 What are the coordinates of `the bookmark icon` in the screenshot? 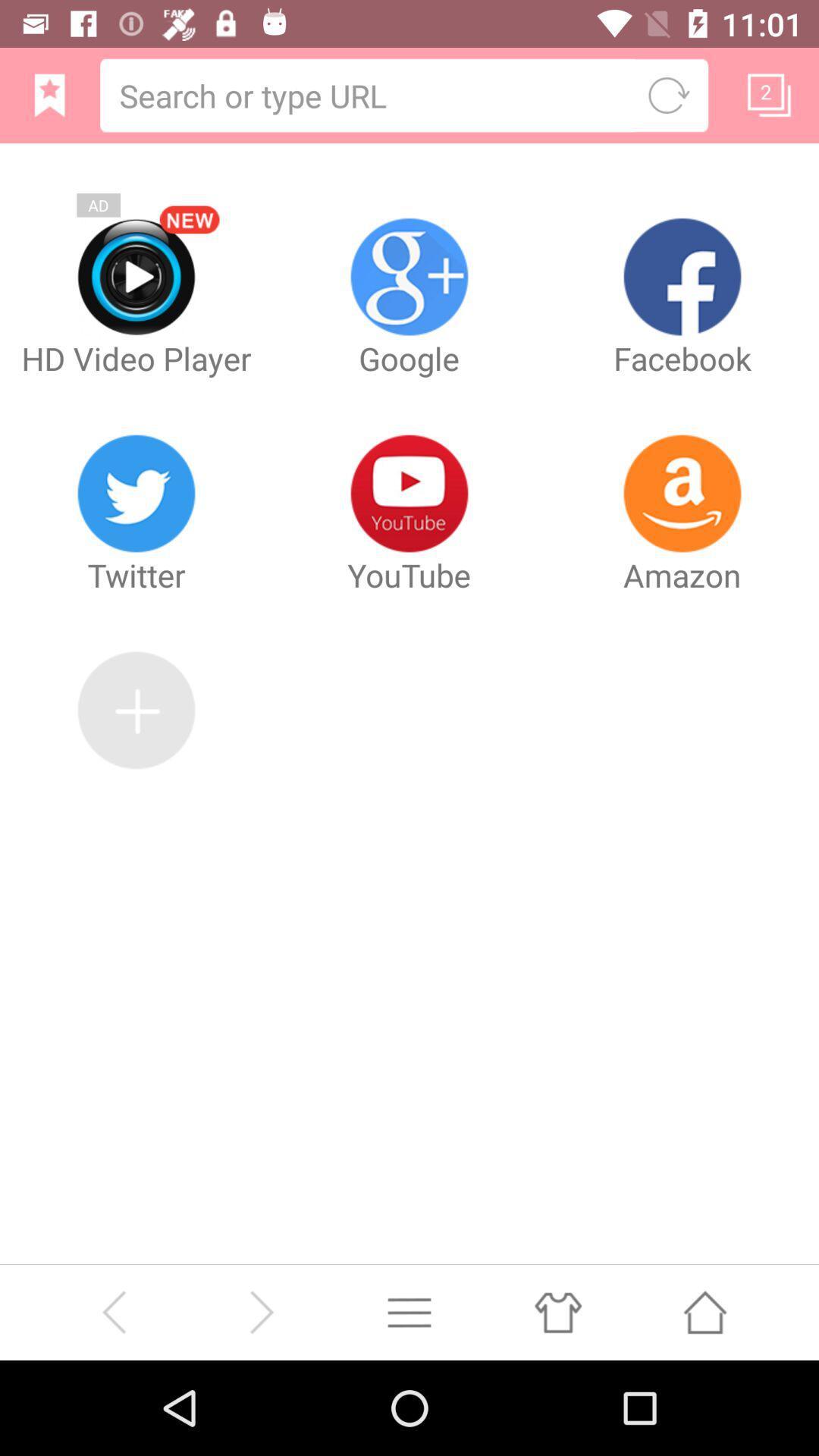 It's located at (49, 101).